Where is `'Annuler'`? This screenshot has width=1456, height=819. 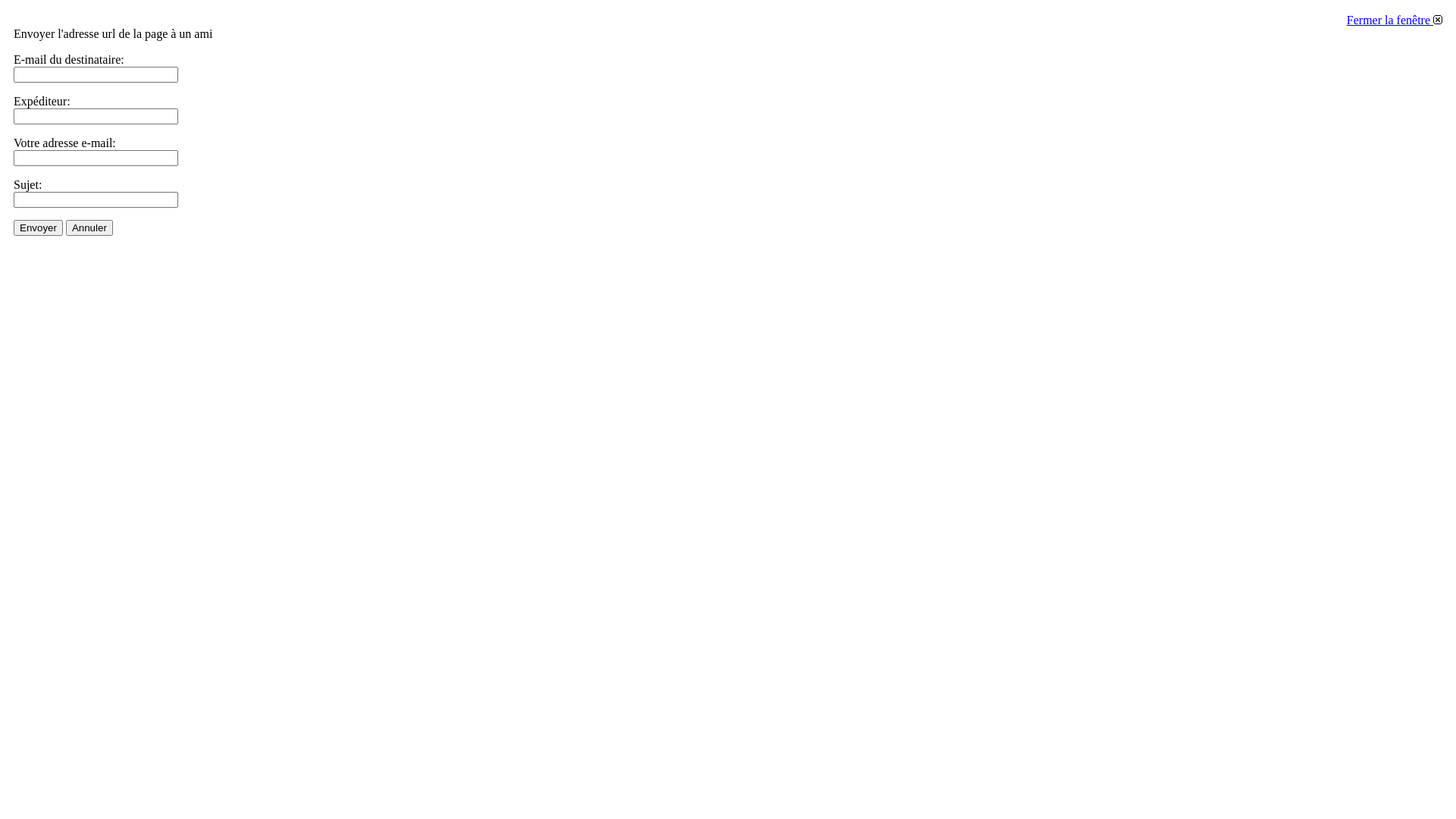 'Annuler' is located at coordinates (64, 227).